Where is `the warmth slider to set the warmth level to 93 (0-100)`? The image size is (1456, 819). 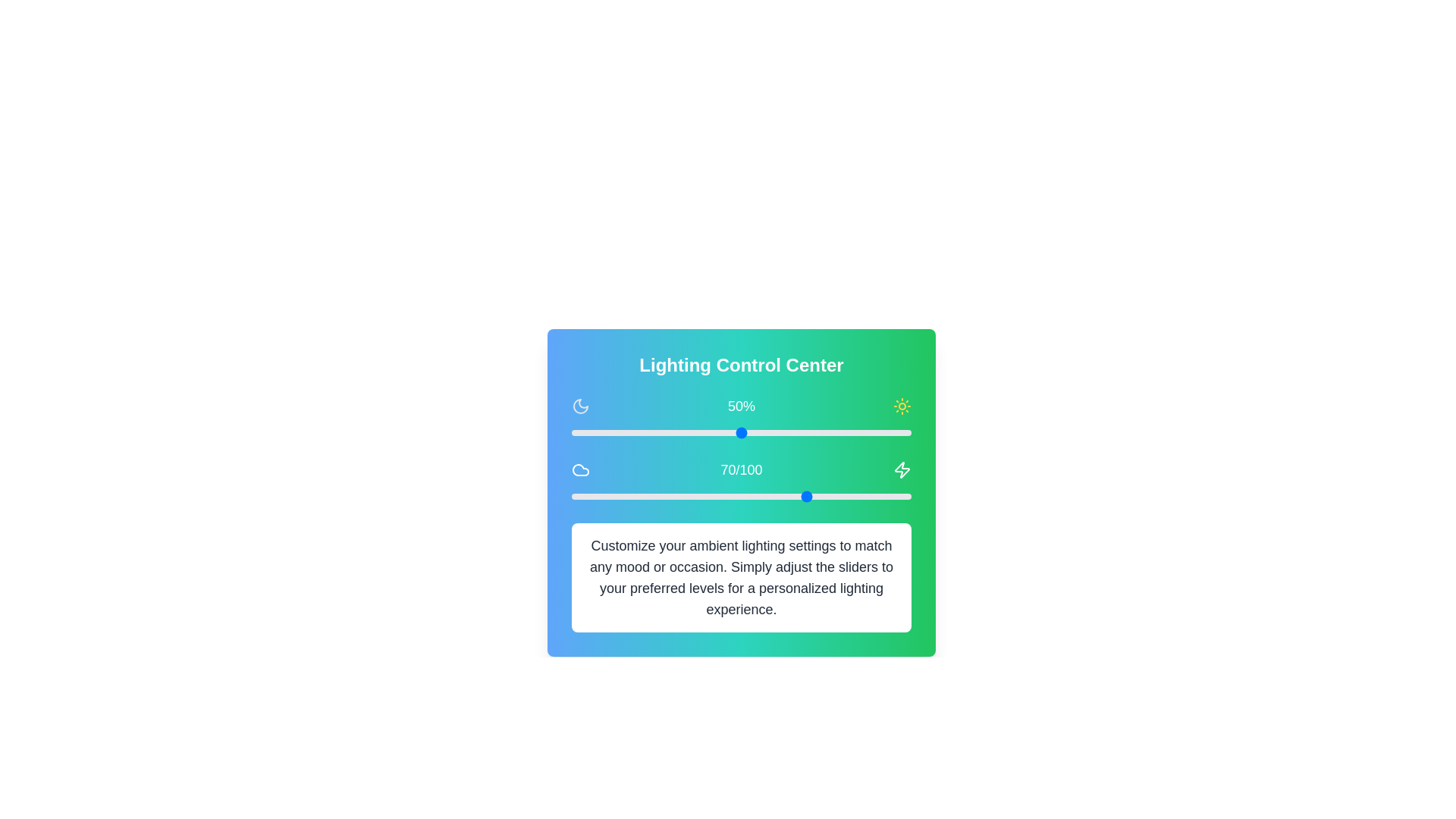
the warmth slider to set the warmth level to 93 (0-100) is located at coordinates (887, 497).